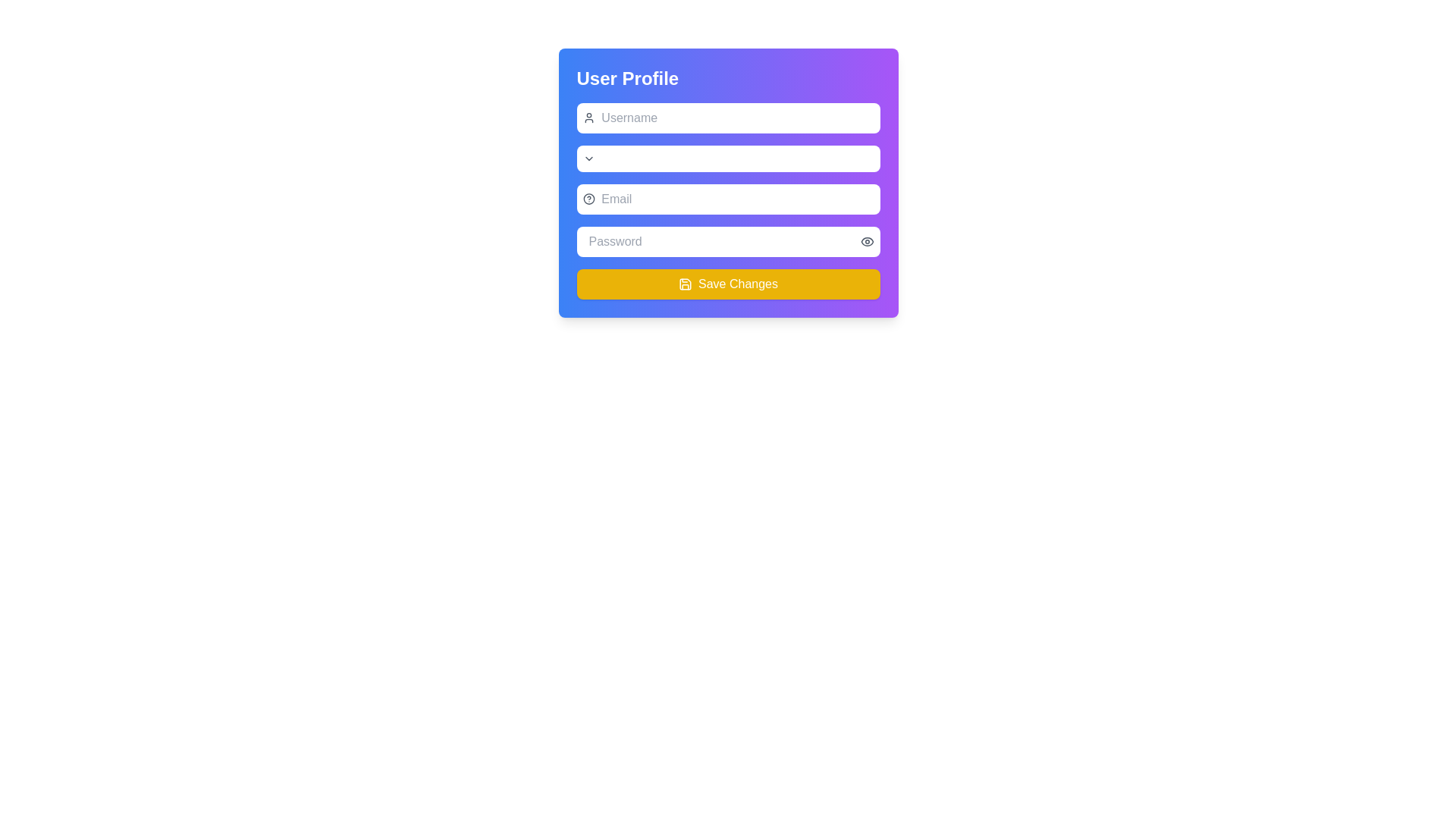  Describe the element at coordinates (728, 198) in the screenshot. I see `the email input field in the 'User Profile' section to potentially display a tooltip` at that location.